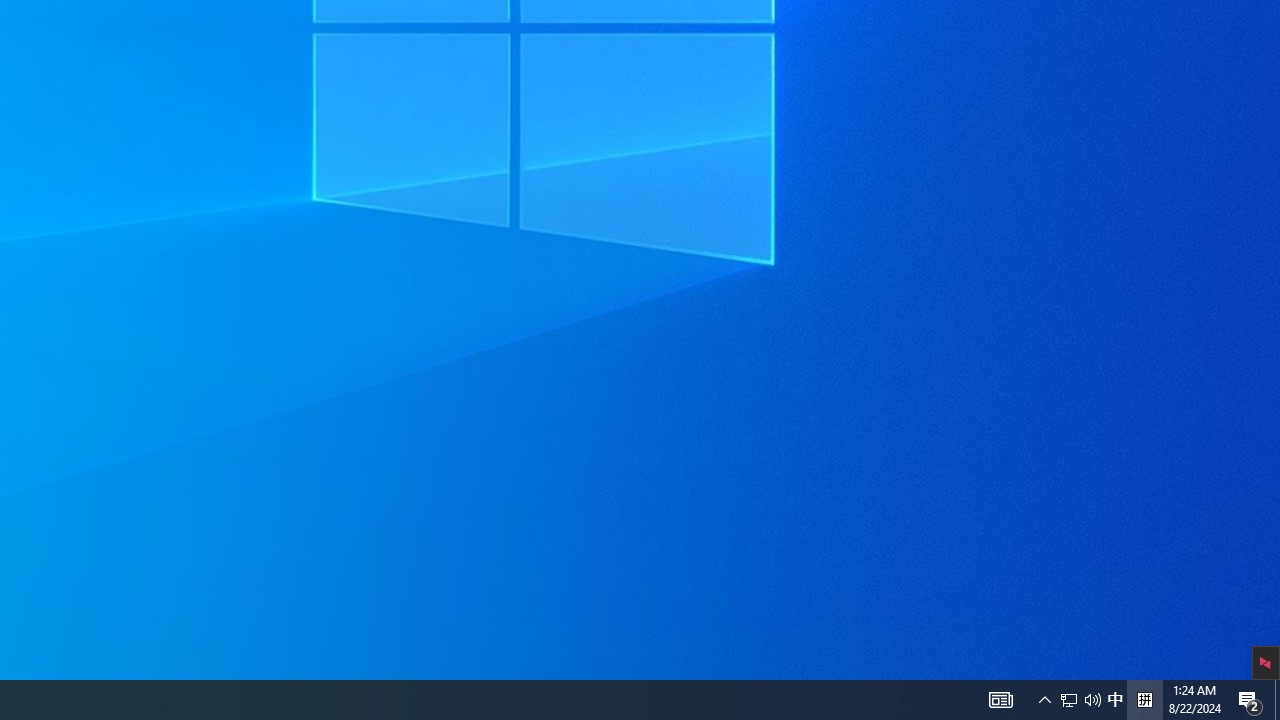  Describe the element at coordinates (1092, 698) in the screenshot. I see `'Notification Chevron'` at that location.